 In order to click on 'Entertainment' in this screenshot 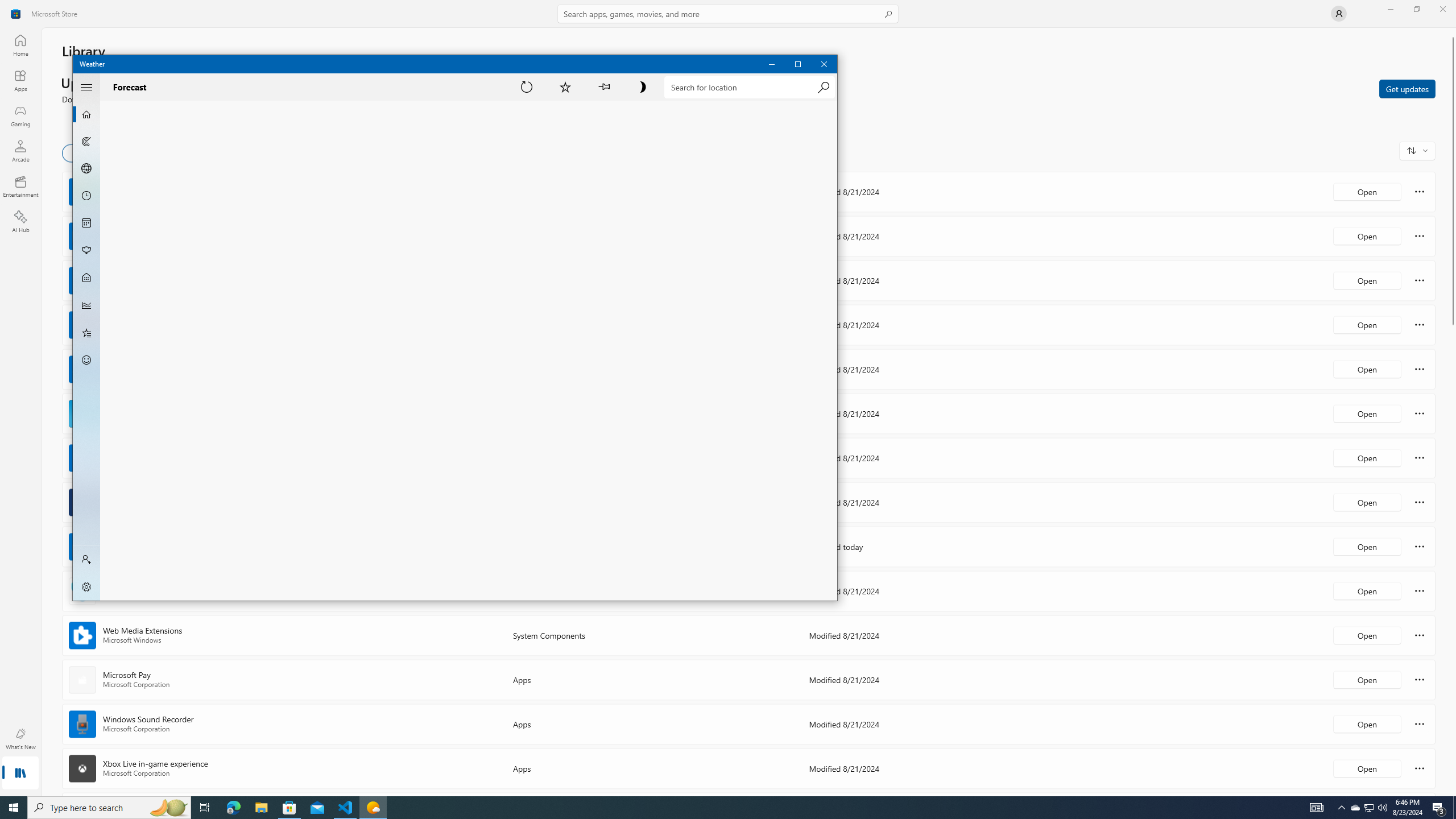, I will do `click(19, 185)`.